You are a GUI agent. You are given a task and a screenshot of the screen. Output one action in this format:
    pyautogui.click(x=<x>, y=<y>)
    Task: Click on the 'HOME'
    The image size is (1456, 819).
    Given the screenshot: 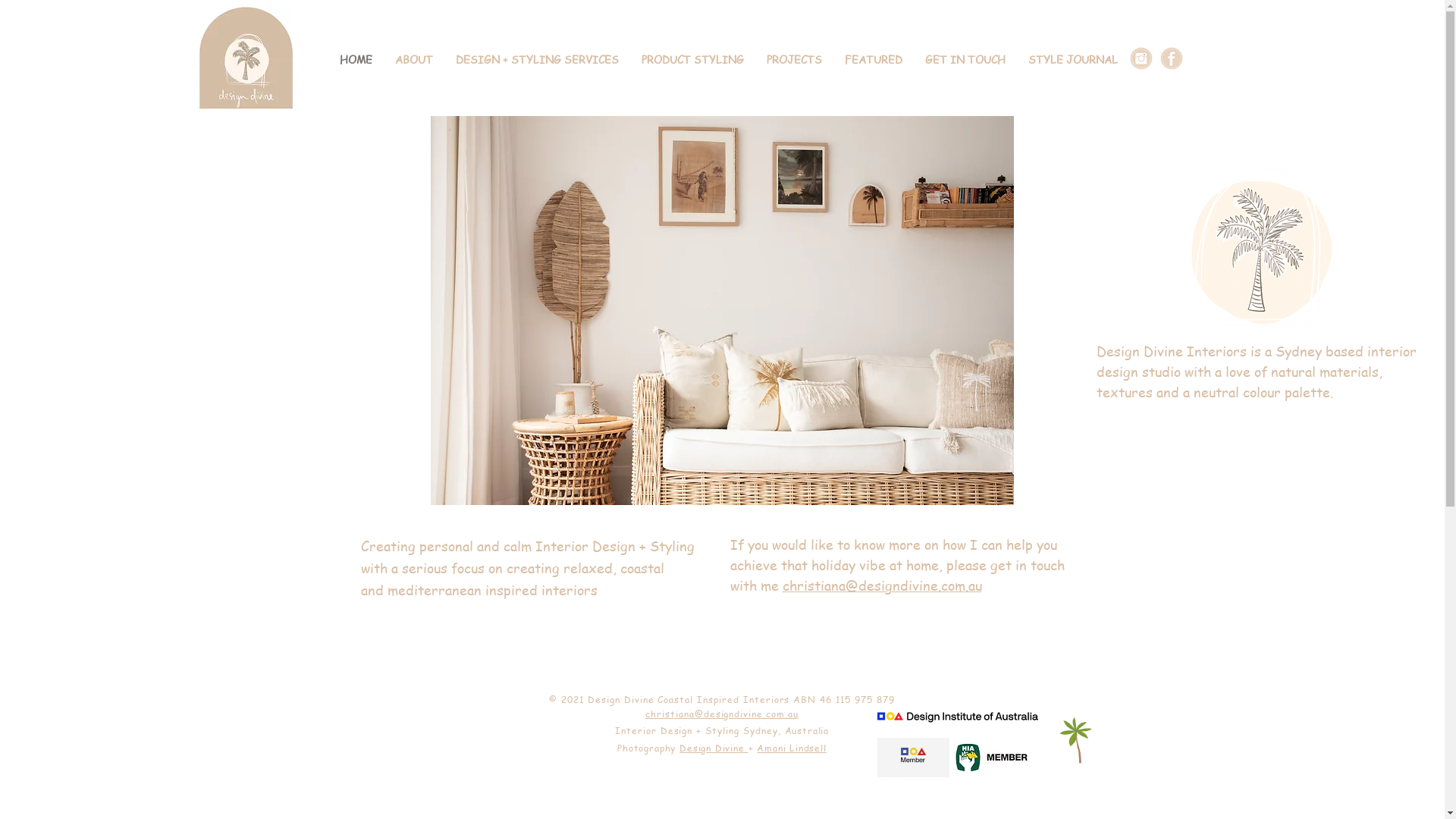 What is the action you would take?
    pyautogui.click(x=355, y=58)
    